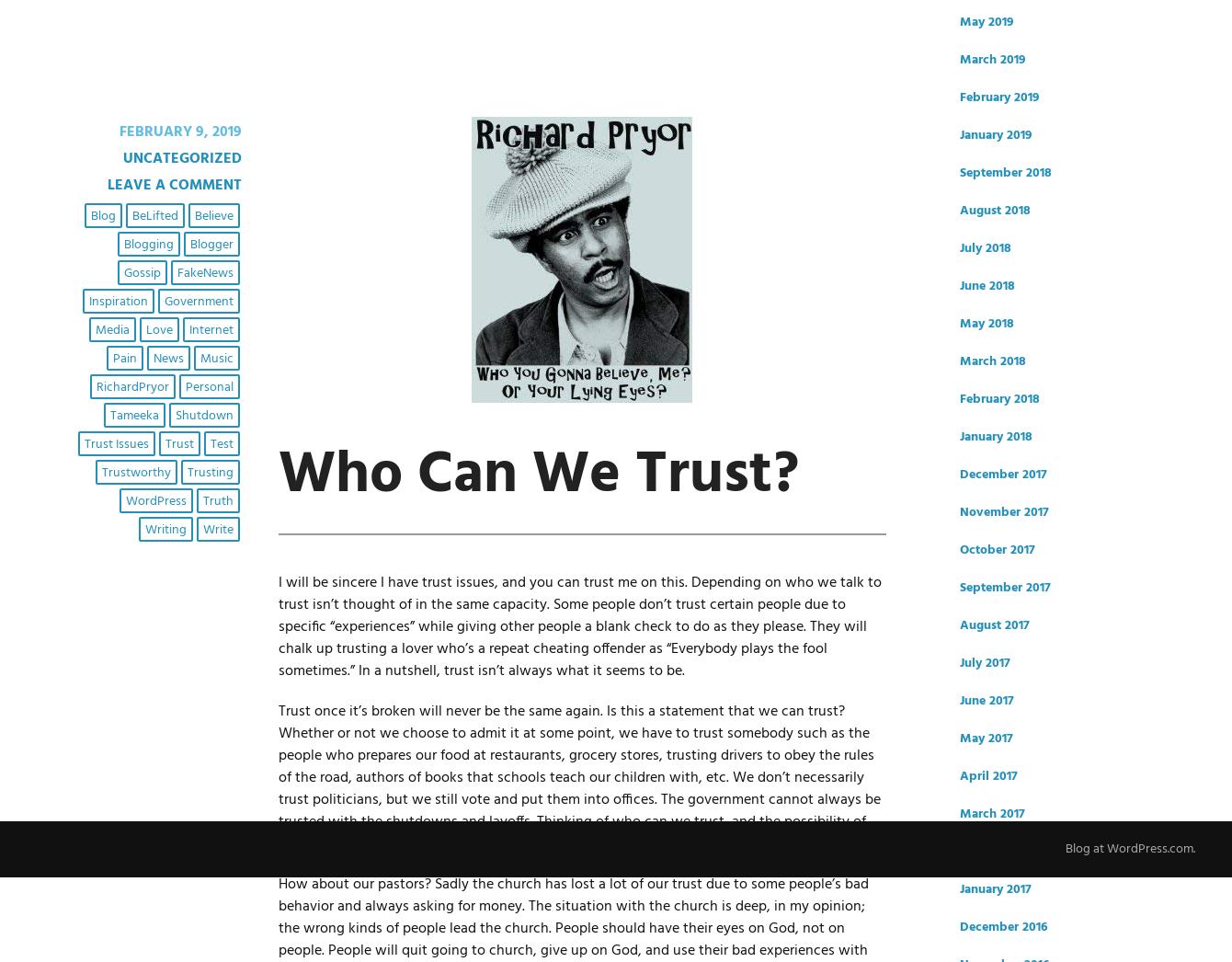 Image resolution: width=1232 pixels, height=962 pixels. What do you see at coordinates (174, 414) in the screenshot?
I see `'Shutdown'` at bounding box center [174, 414].